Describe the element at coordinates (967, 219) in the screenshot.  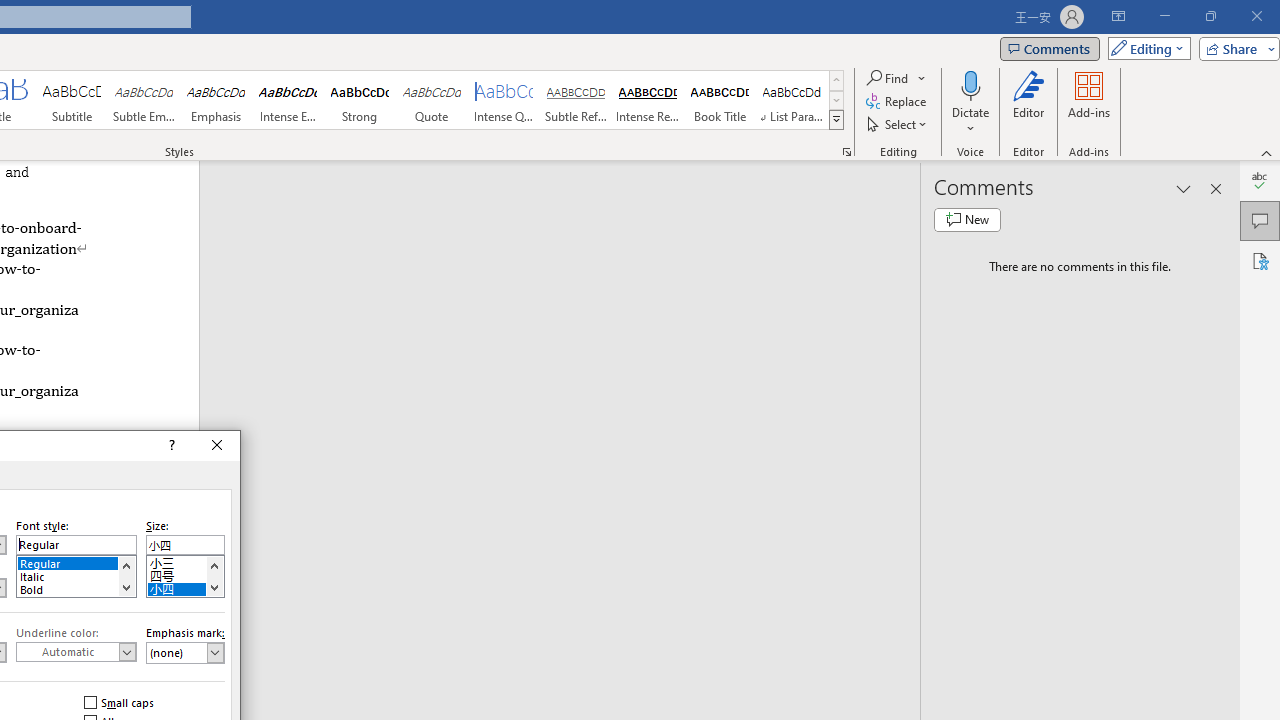
I see `'New comment'` at that location.